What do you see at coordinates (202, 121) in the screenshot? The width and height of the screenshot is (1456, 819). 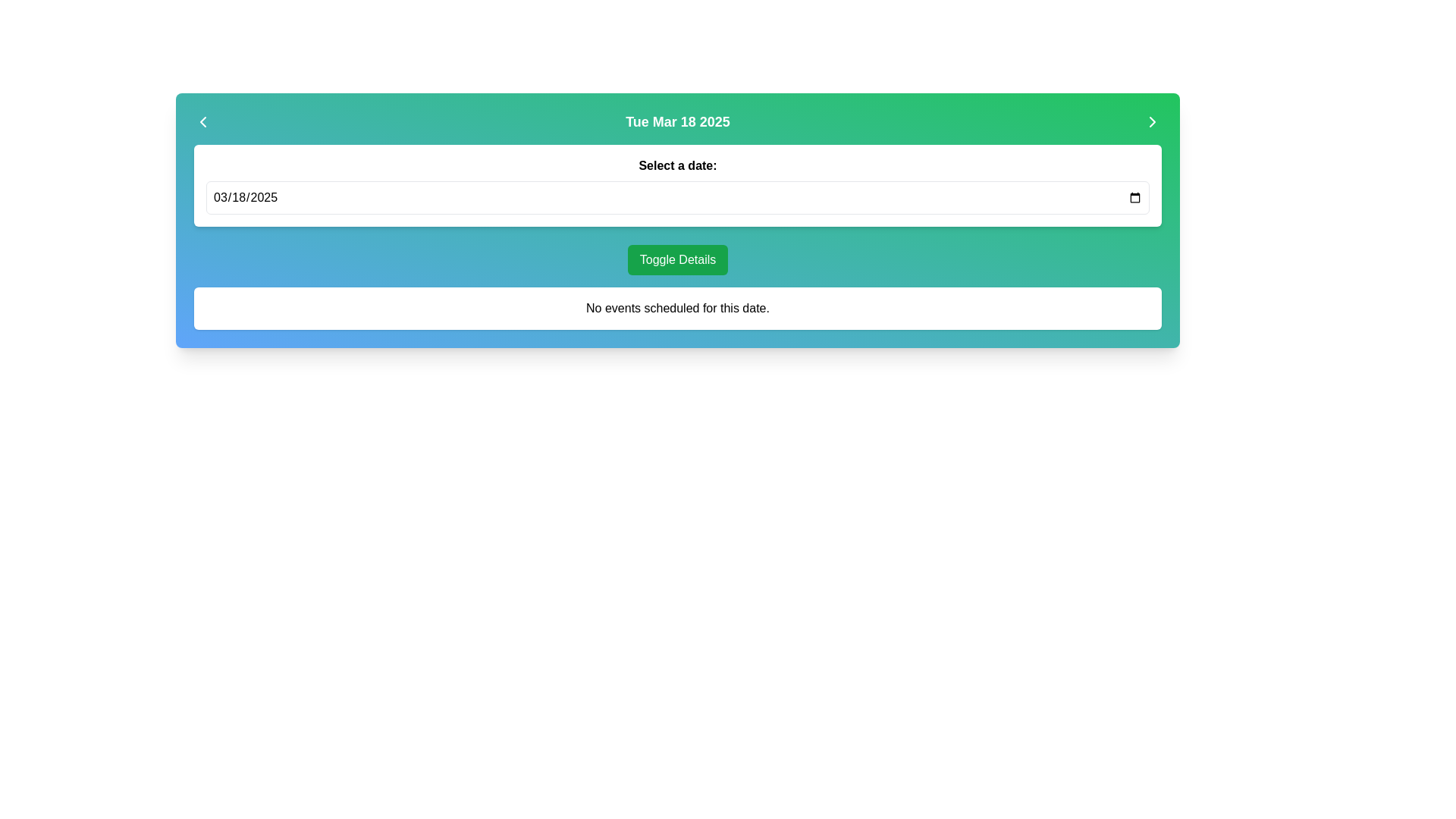 I see `the backward navigation button icon located on the far left side of the header bar, to the left of the text 'Tue Mar 18 2025'` at bounding box center [202, 121].